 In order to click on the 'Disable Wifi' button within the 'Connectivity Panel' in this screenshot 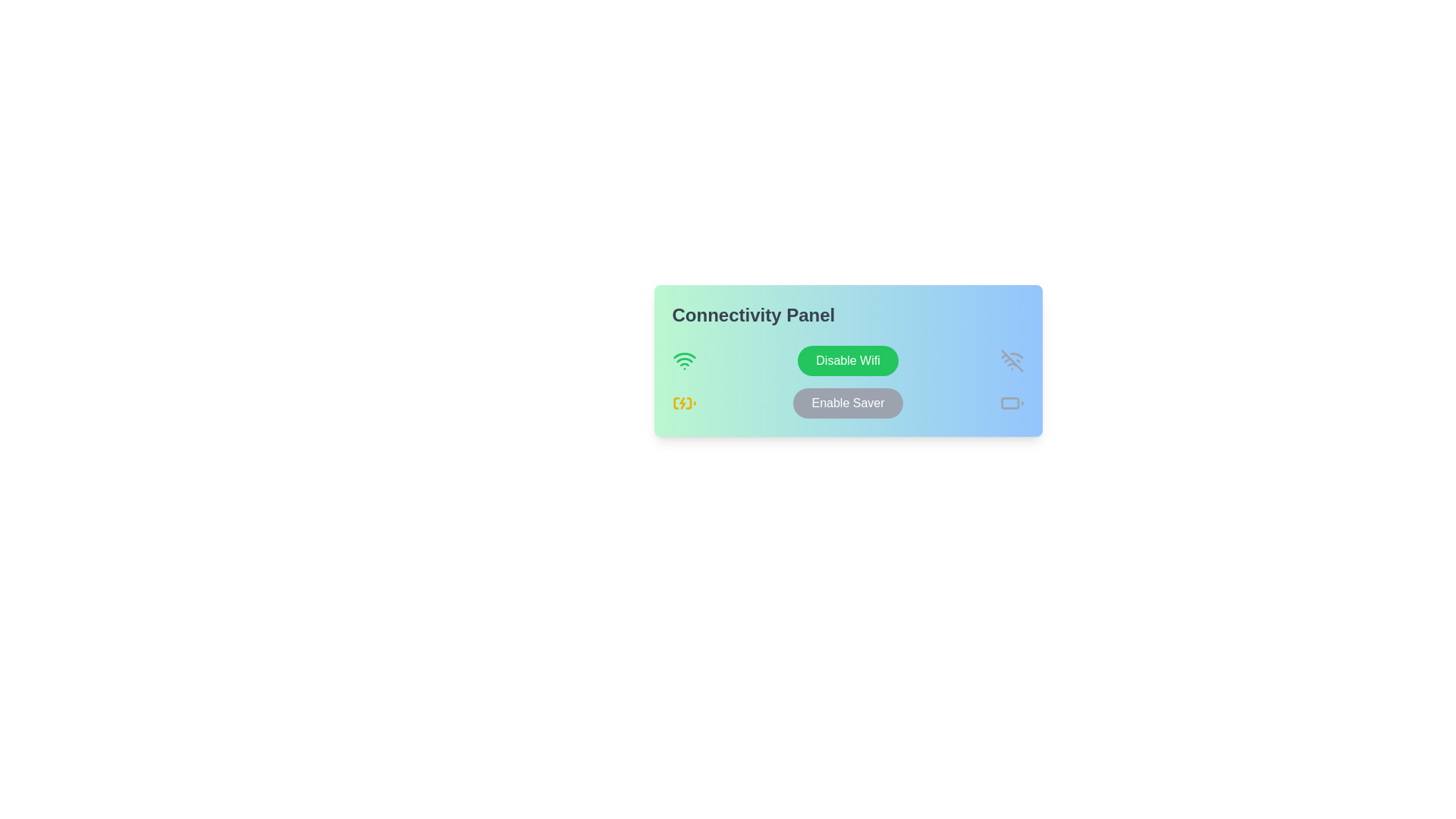, I will do `click(847, 381)`.